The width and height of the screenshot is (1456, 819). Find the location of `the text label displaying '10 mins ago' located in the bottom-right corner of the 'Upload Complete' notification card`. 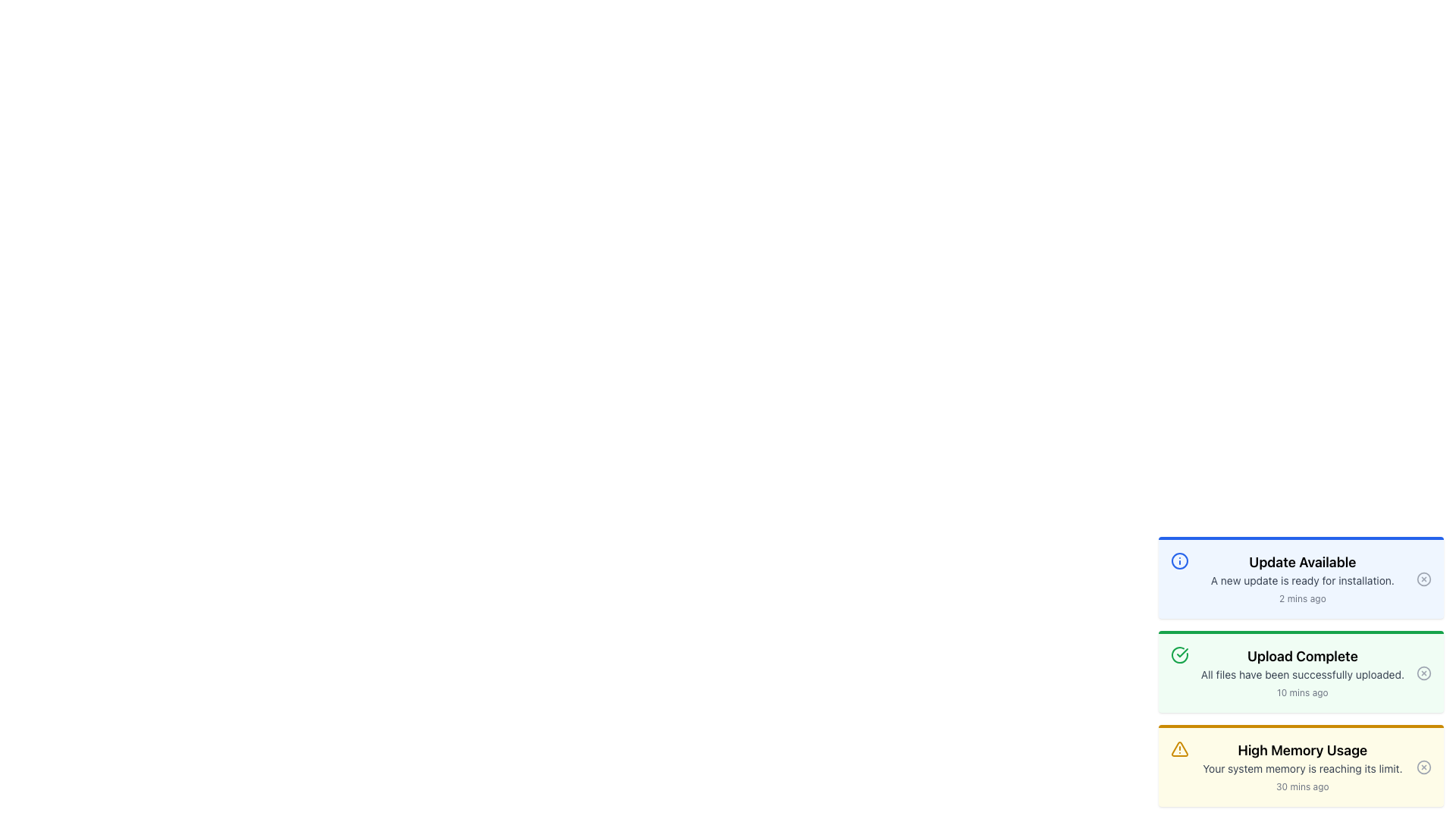

the text label displaying '10 mins ago' located in the bottom-right corner of the 'Upload Complete' notification card is located at coordinates (1301, 692).